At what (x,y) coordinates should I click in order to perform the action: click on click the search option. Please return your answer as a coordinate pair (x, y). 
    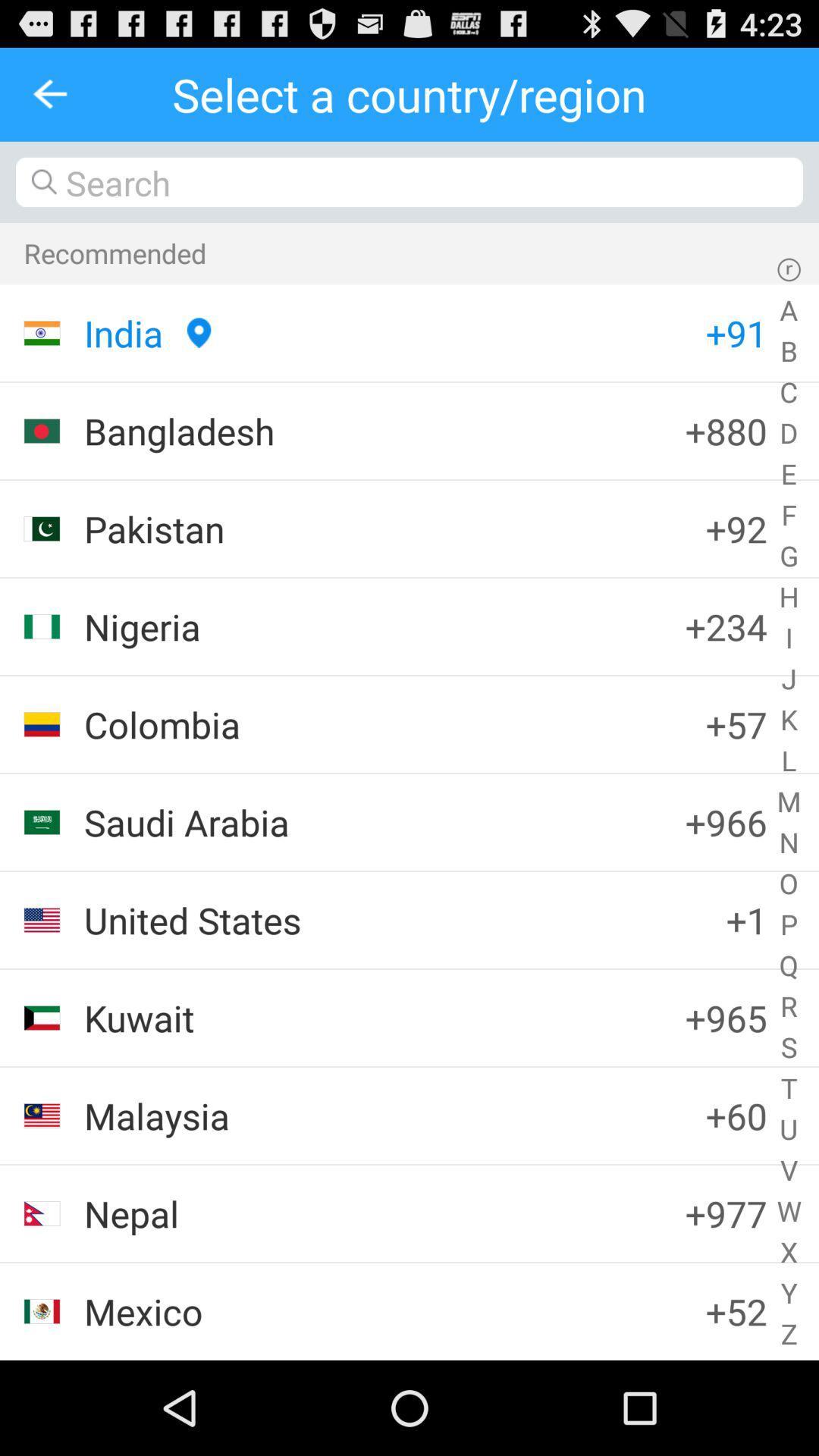
    Looking at the image, I should click on (409, 182).